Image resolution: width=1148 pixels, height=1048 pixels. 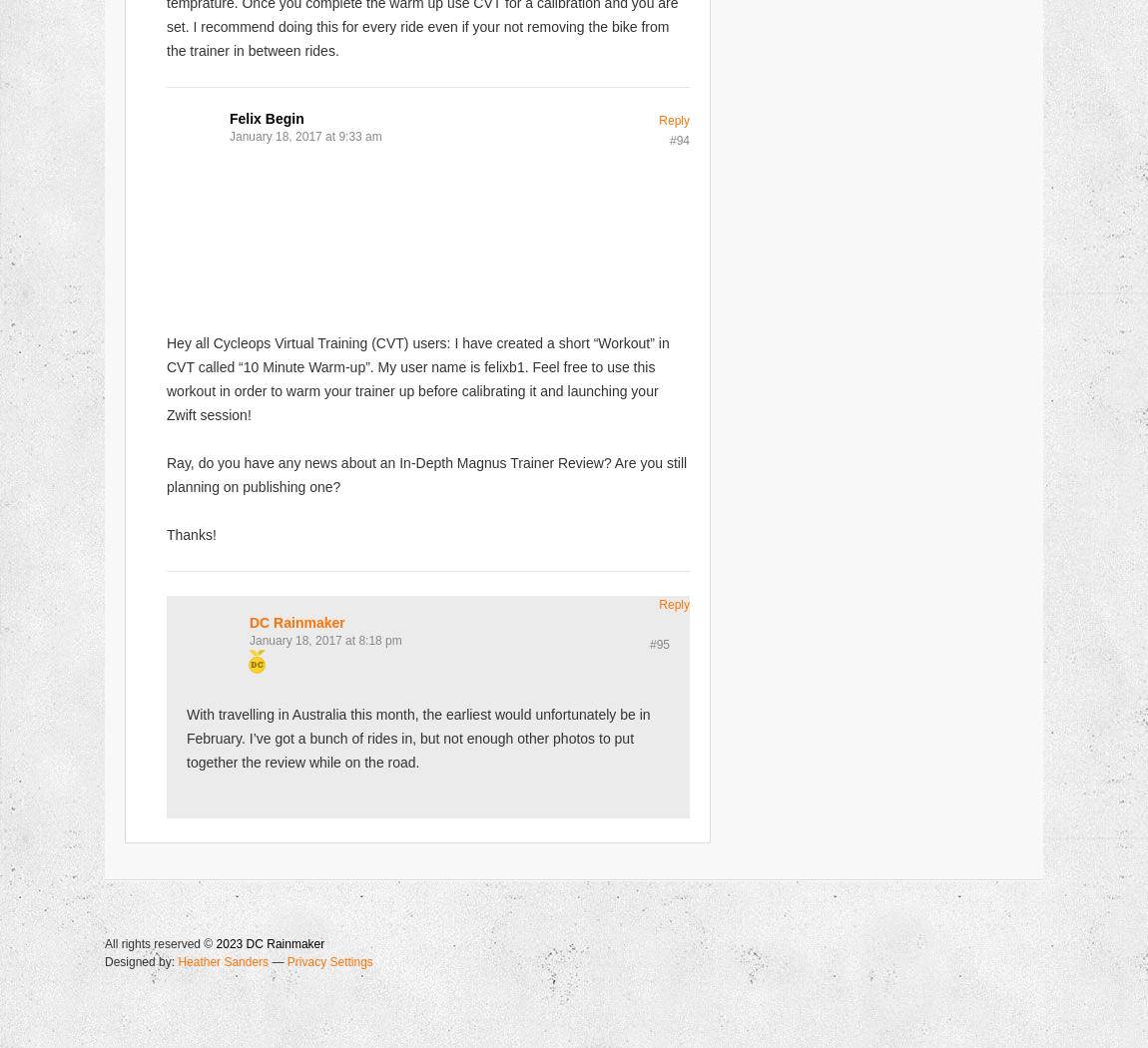 I want to click on 'Designed by:', so click(x=140, y=959).